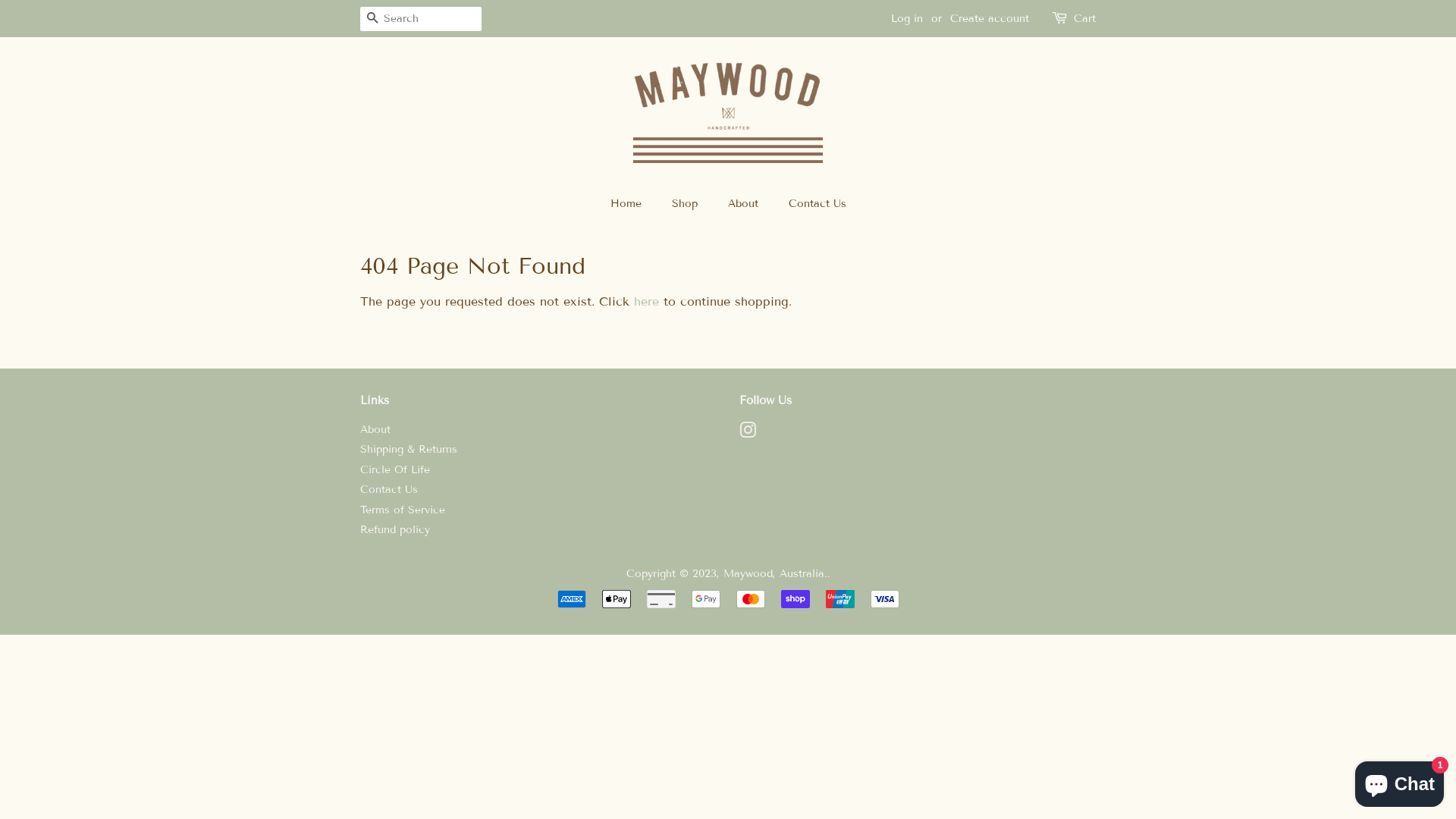 The height and width of the screenshot is (819, 1456). Describe the element at coordinates (990, 18) in the screenshot. I see `'Create account'` at that location.